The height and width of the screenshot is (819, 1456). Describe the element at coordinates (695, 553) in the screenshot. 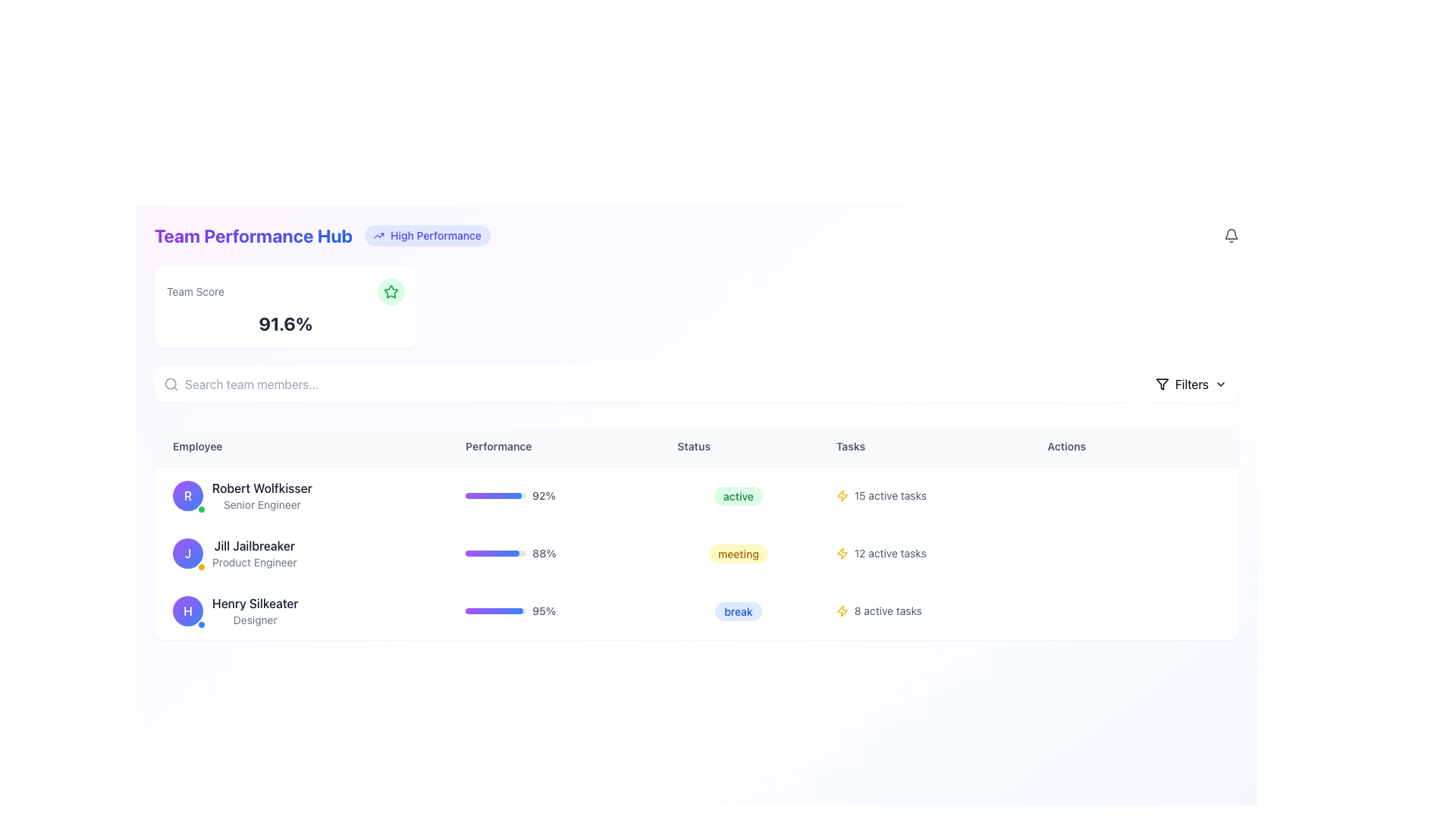

I see `the table row displaying information for 'Jill Jailbreaker', which includes a circular avatar, performance metrics, status indicators, and task descriptions` at that location.